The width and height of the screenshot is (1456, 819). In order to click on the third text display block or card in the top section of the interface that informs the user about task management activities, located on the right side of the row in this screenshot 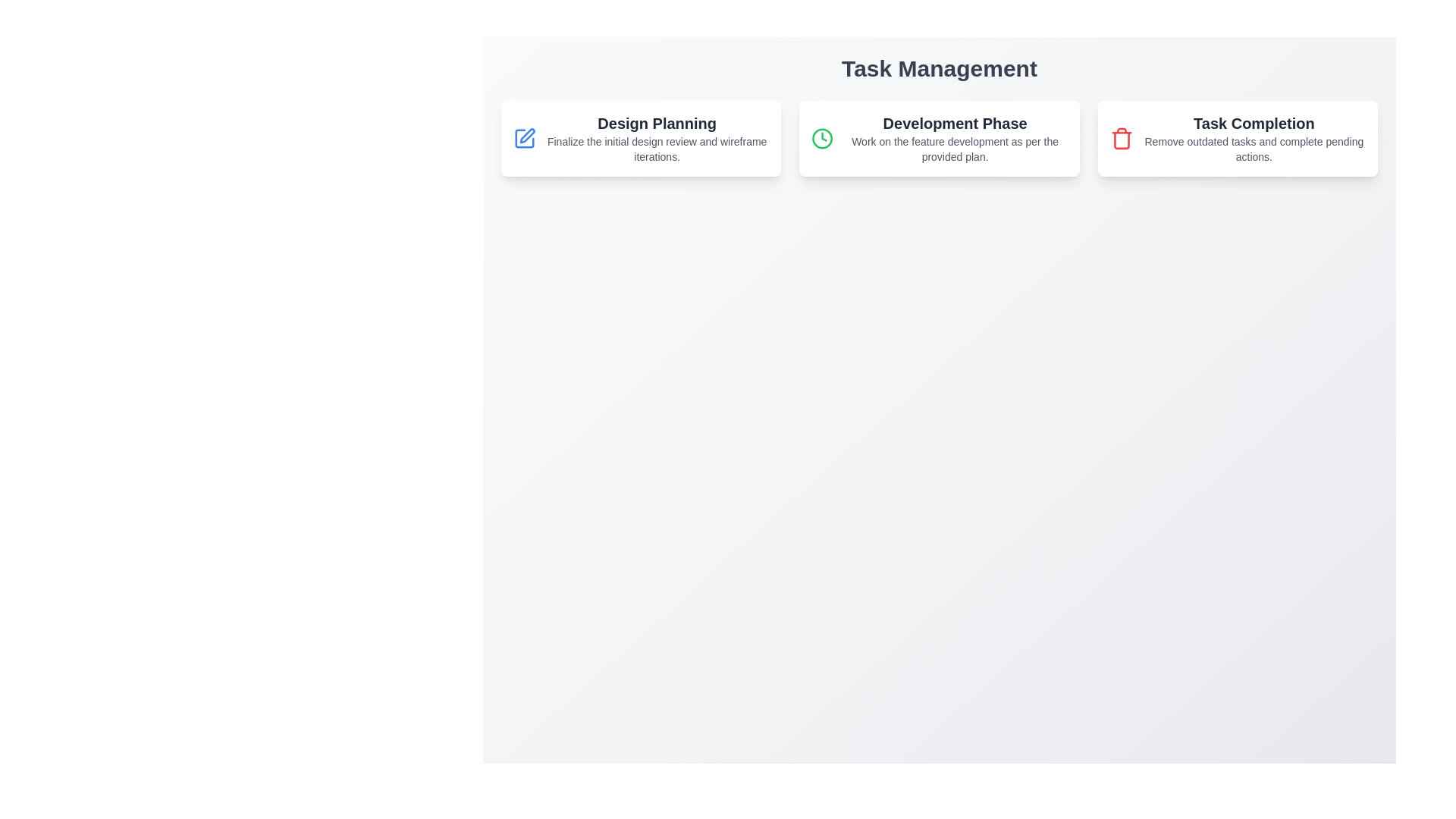, I will do `click(1254, 138)`.